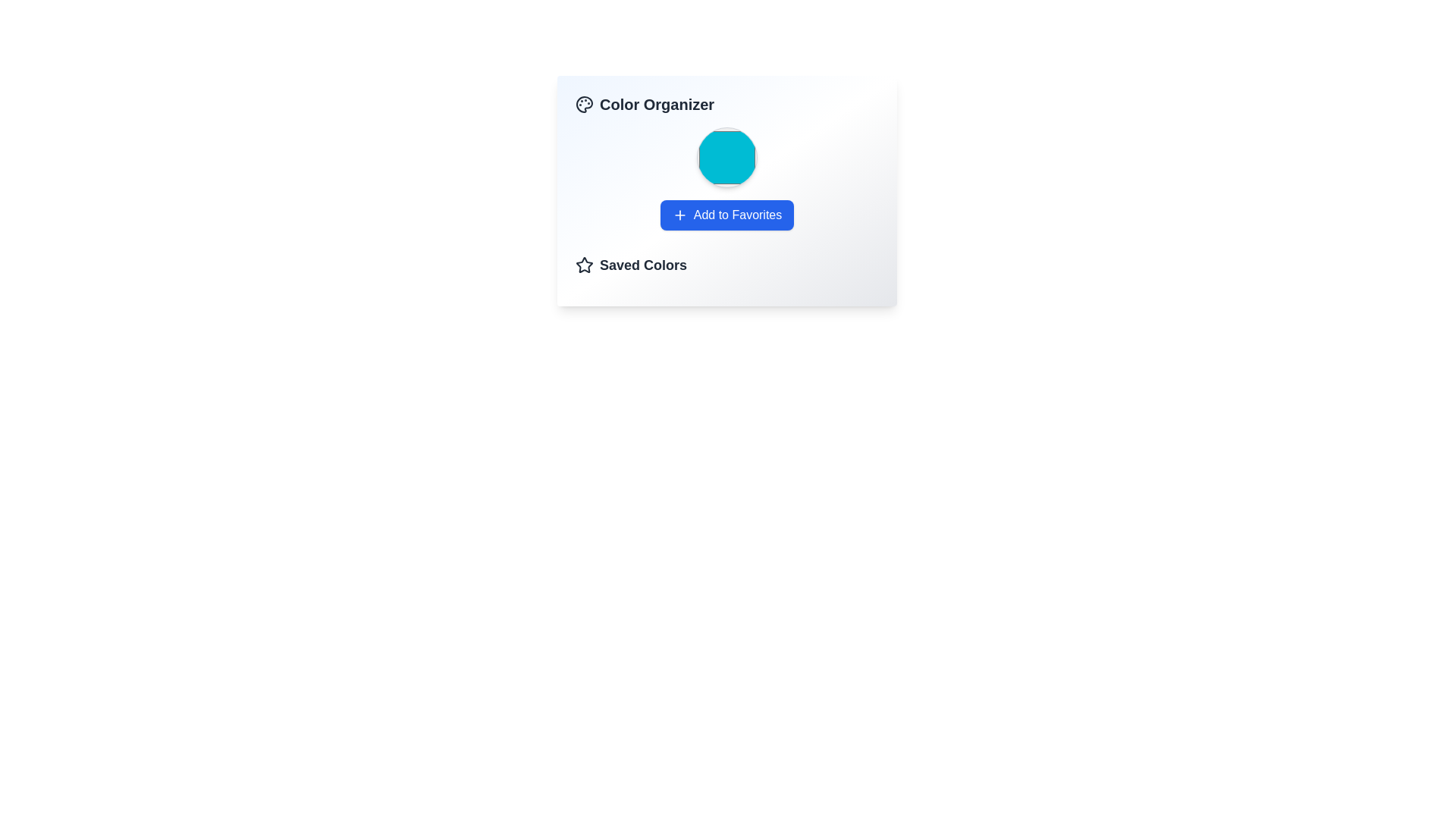 Image resolution: width=1456 pixels, height=819 pixels. What do you see at coordinates (584, 264) in the screenshot?
I see `star-shaped icon with a hollow center, outlined in black, located next to the 'Saved Colors' label at the bottom-left of the card` at bounding box center [584, 264].